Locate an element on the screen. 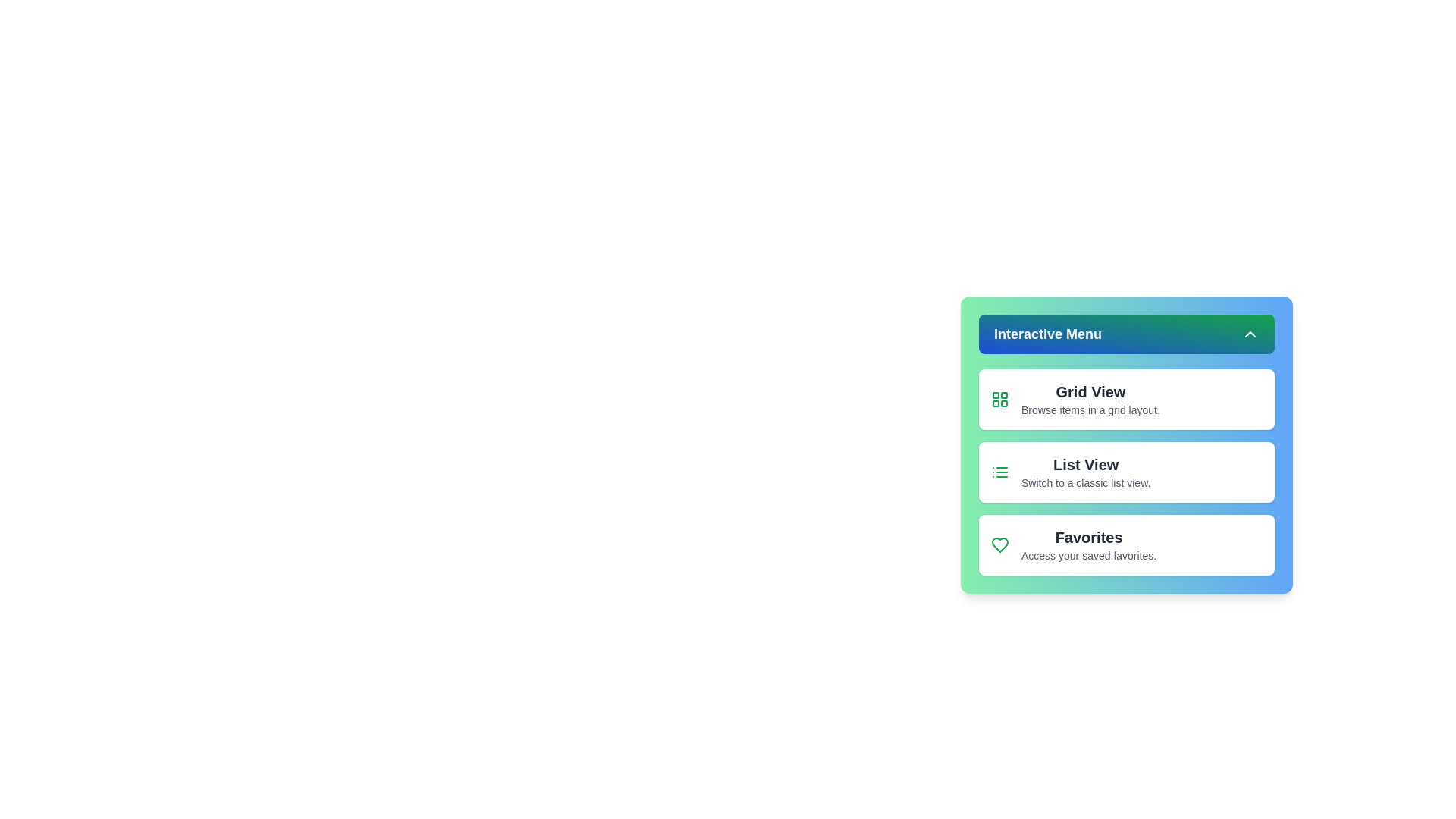 The height and width of the screenshot is (819, 1456). the menu item List View to observe its hover effect is located at coordinates (1127, 472).